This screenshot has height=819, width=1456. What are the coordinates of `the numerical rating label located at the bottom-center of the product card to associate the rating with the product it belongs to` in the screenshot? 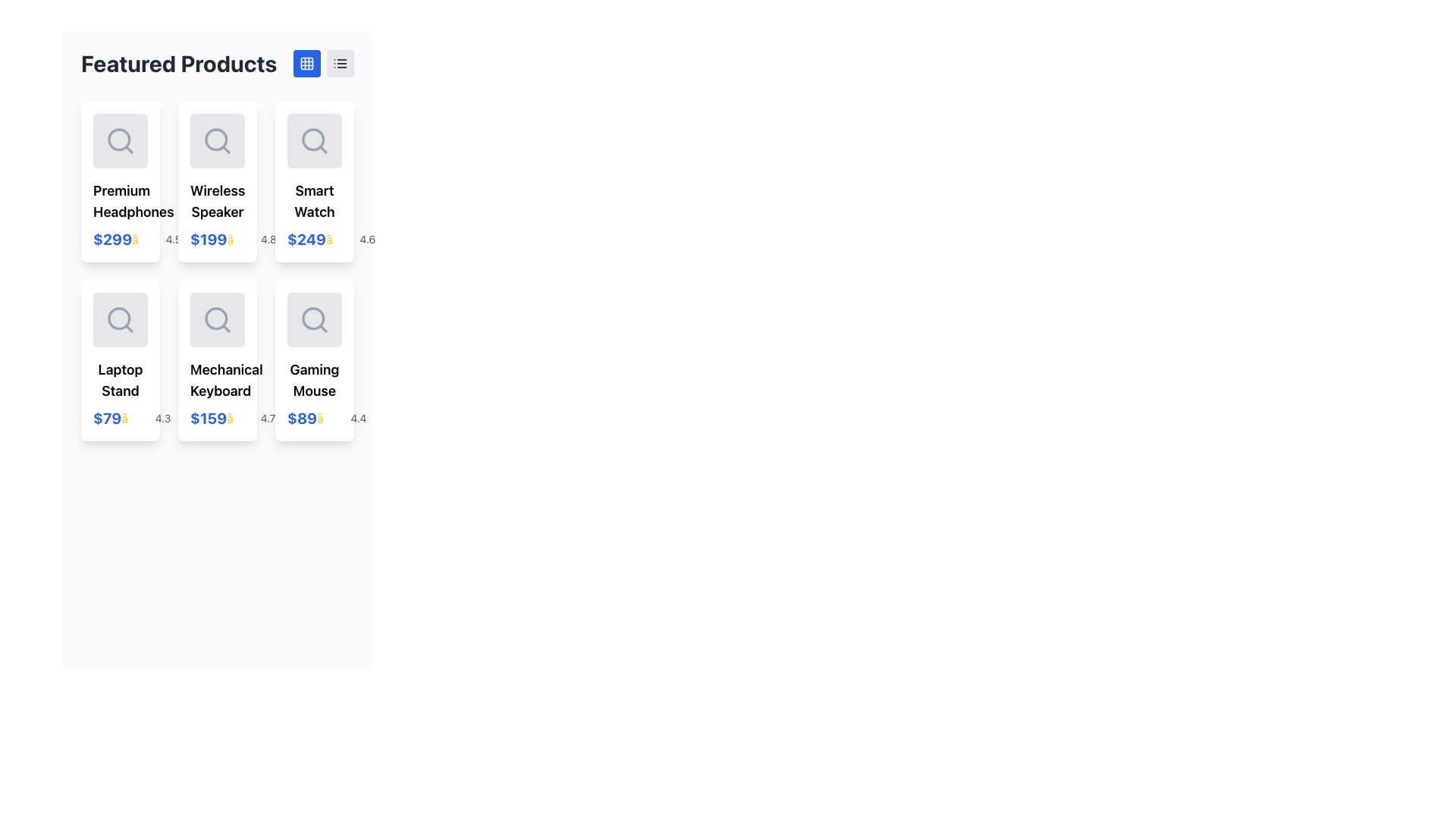 It's located at (268, 418).